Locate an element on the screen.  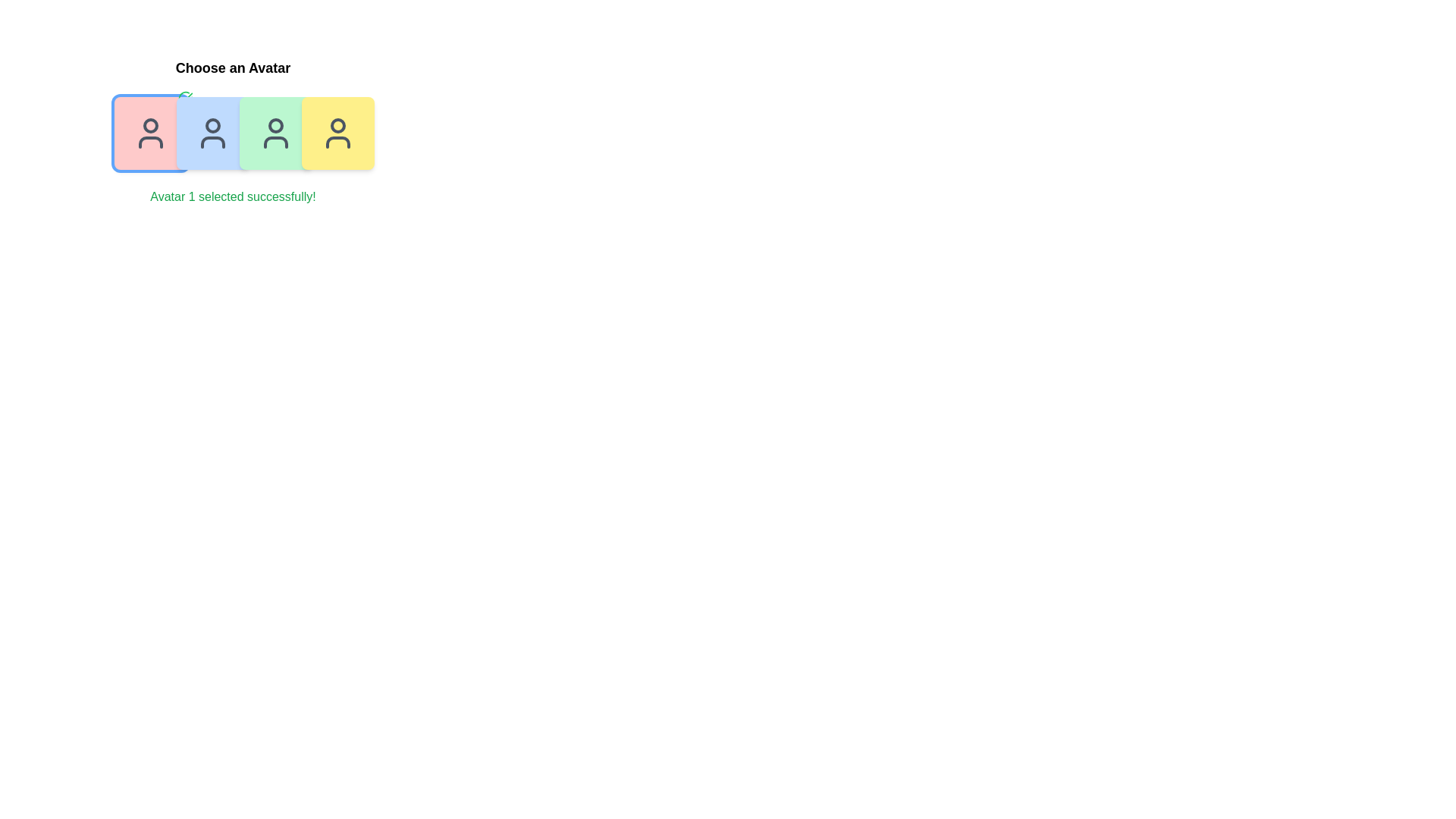
the circular element that represents the head of the user icon, located in the first colored card from the left among a row of four cards is located at coordinates (150, 124).